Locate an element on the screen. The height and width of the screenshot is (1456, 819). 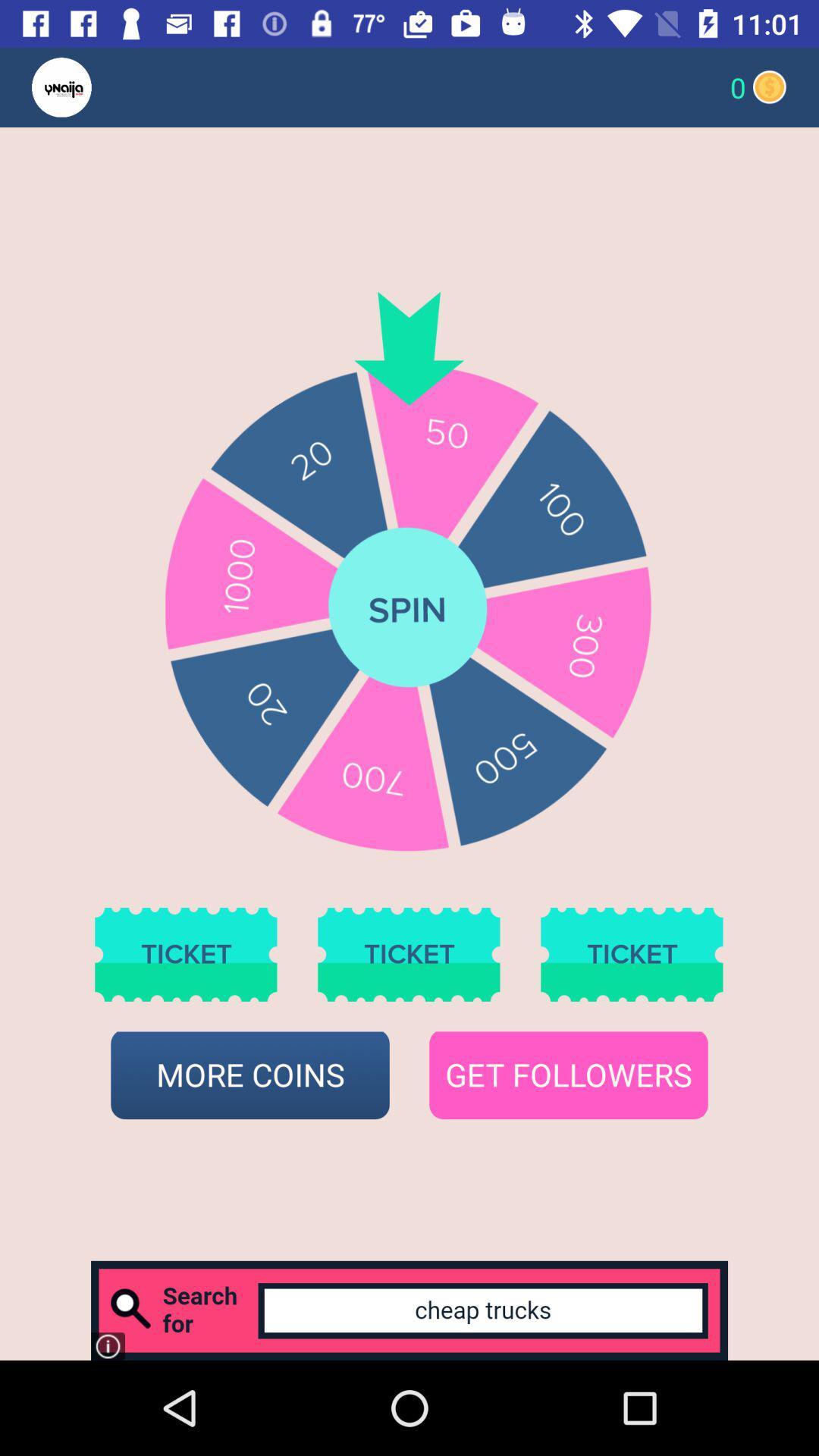
the more coins icon is located at coordinates (249, 1075).